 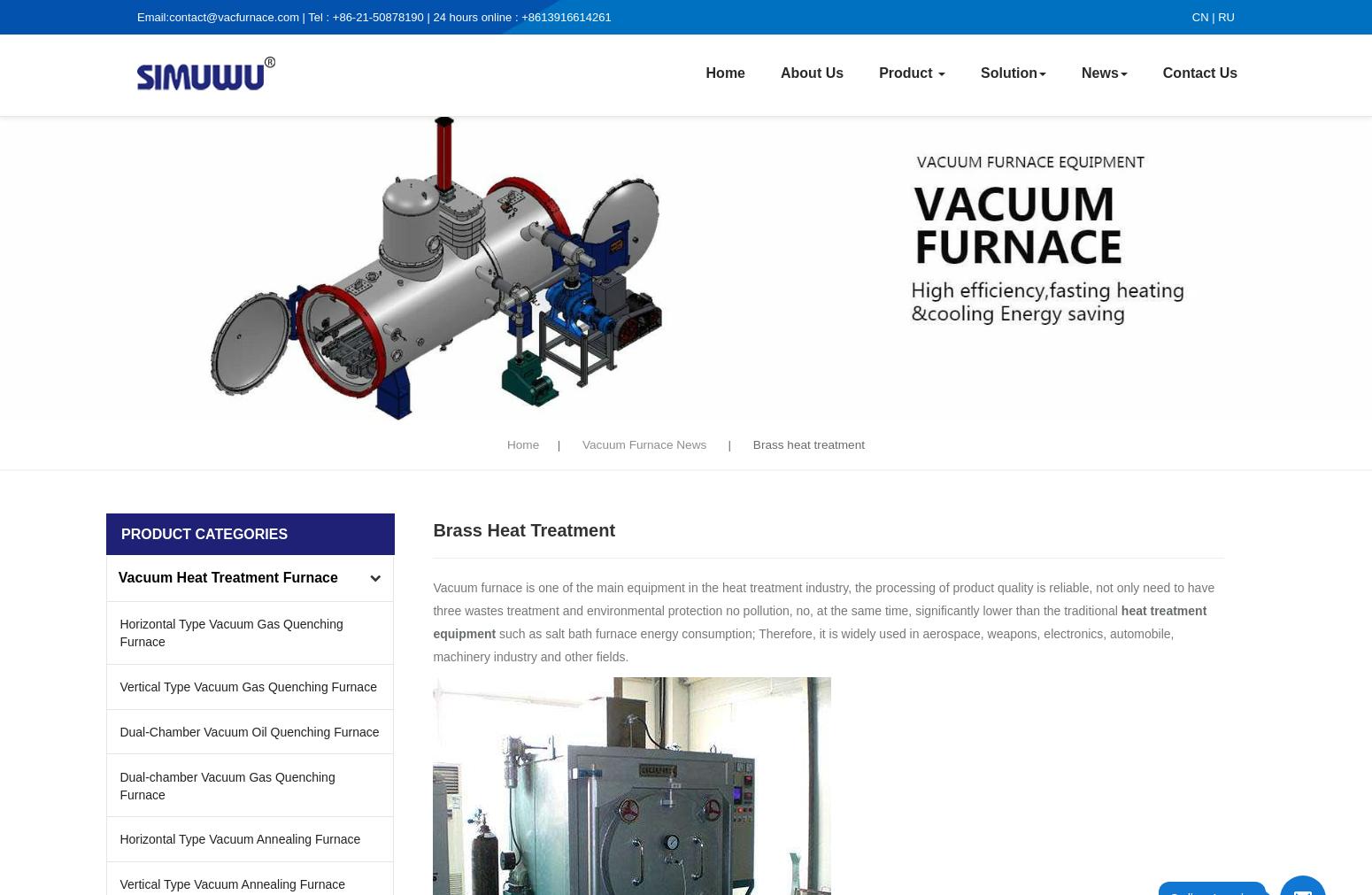 I want to click on 'PRODUCT CATEGORIES', so click(x=203, y=533).